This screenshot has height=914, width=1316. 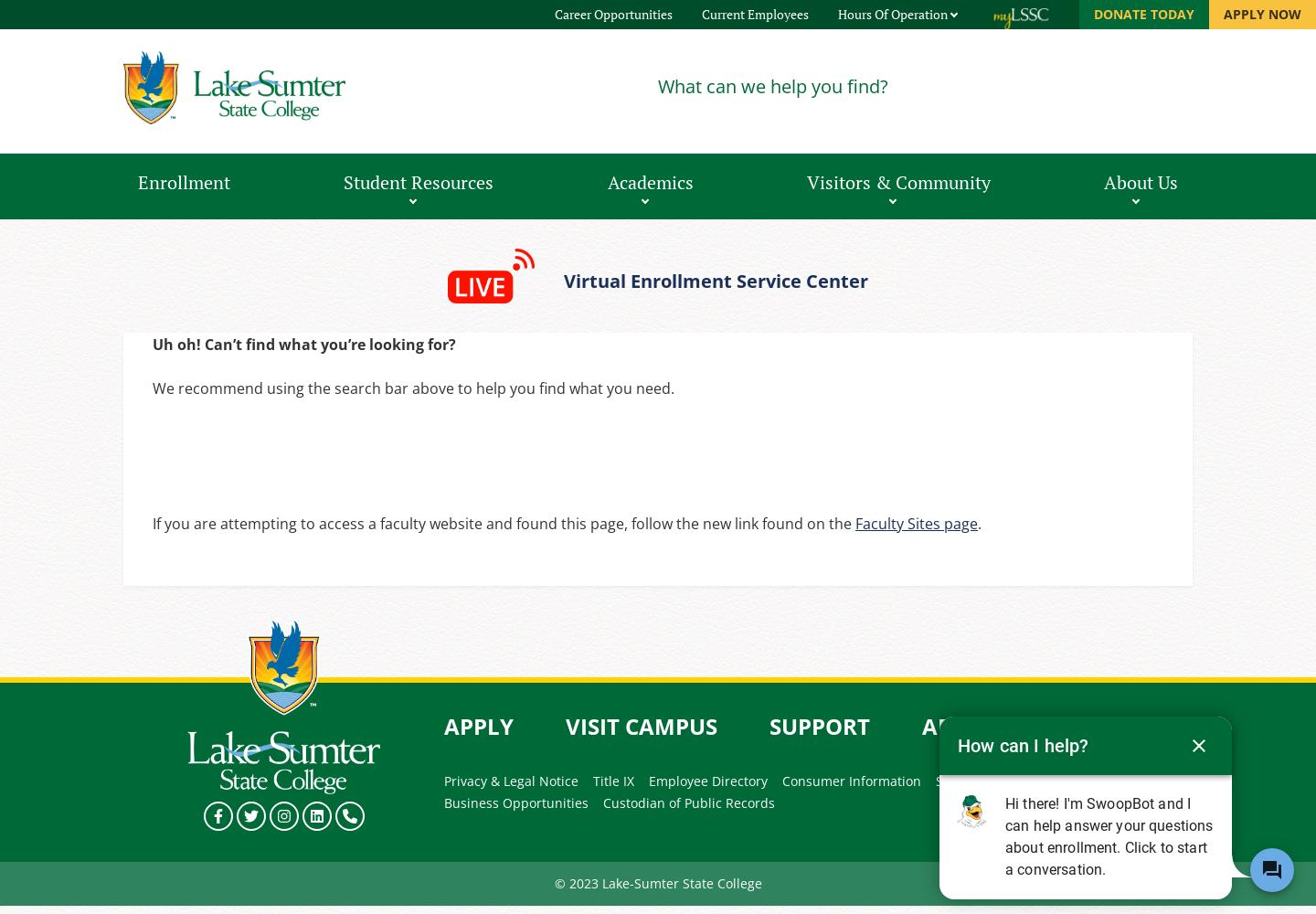 What do you see at coordinates (137, 181) in the screenshot?
I see `'Enrollment'` at bounding box center [137, 181].